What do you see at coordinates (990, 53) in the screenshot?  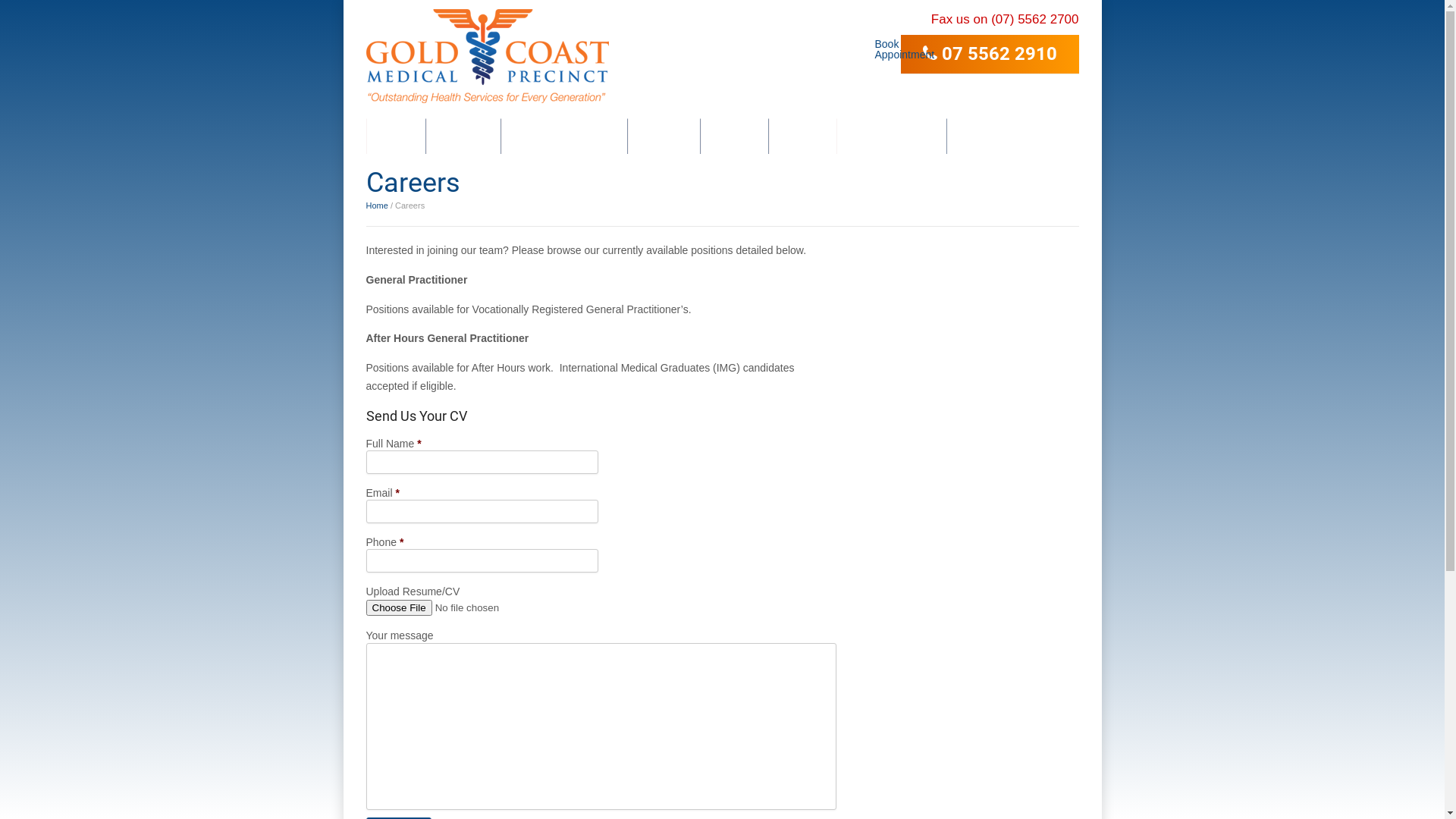 I see `'07 5562 2910'` at bounding box center [990, 53].